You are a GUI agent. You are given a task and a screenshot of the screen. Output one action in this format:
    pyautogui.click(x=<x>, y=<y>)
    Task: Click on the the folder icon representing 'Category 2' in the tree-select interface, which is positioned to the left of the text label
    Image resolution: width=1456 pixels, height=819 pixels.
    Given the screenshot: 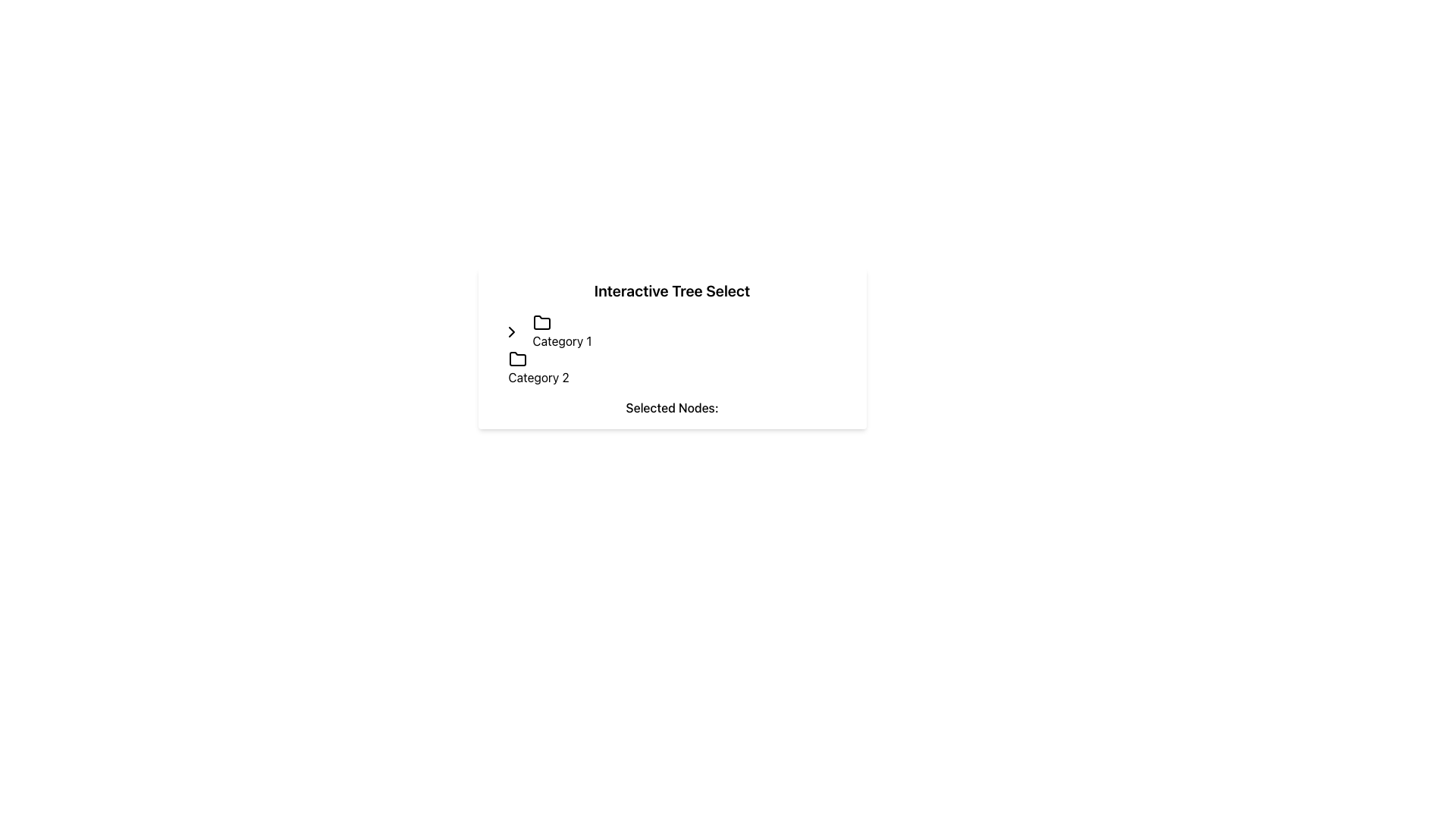 What is the action you would take?
    pyautogui.click(x=517, y=359)
    